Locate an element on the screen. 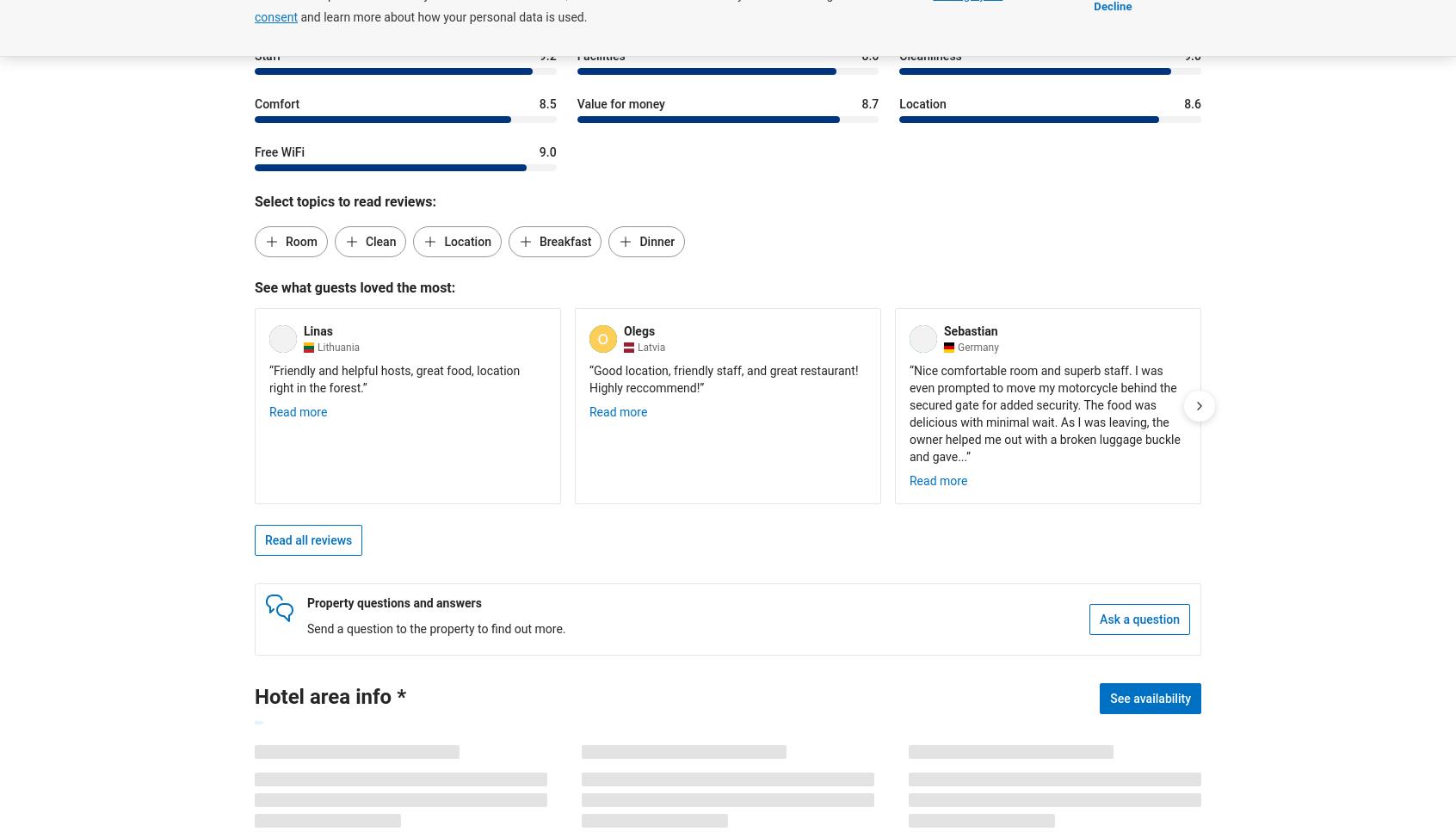 This screenshot has height=832, width=1456. 'Staff' is located at coordinates (266, 54).